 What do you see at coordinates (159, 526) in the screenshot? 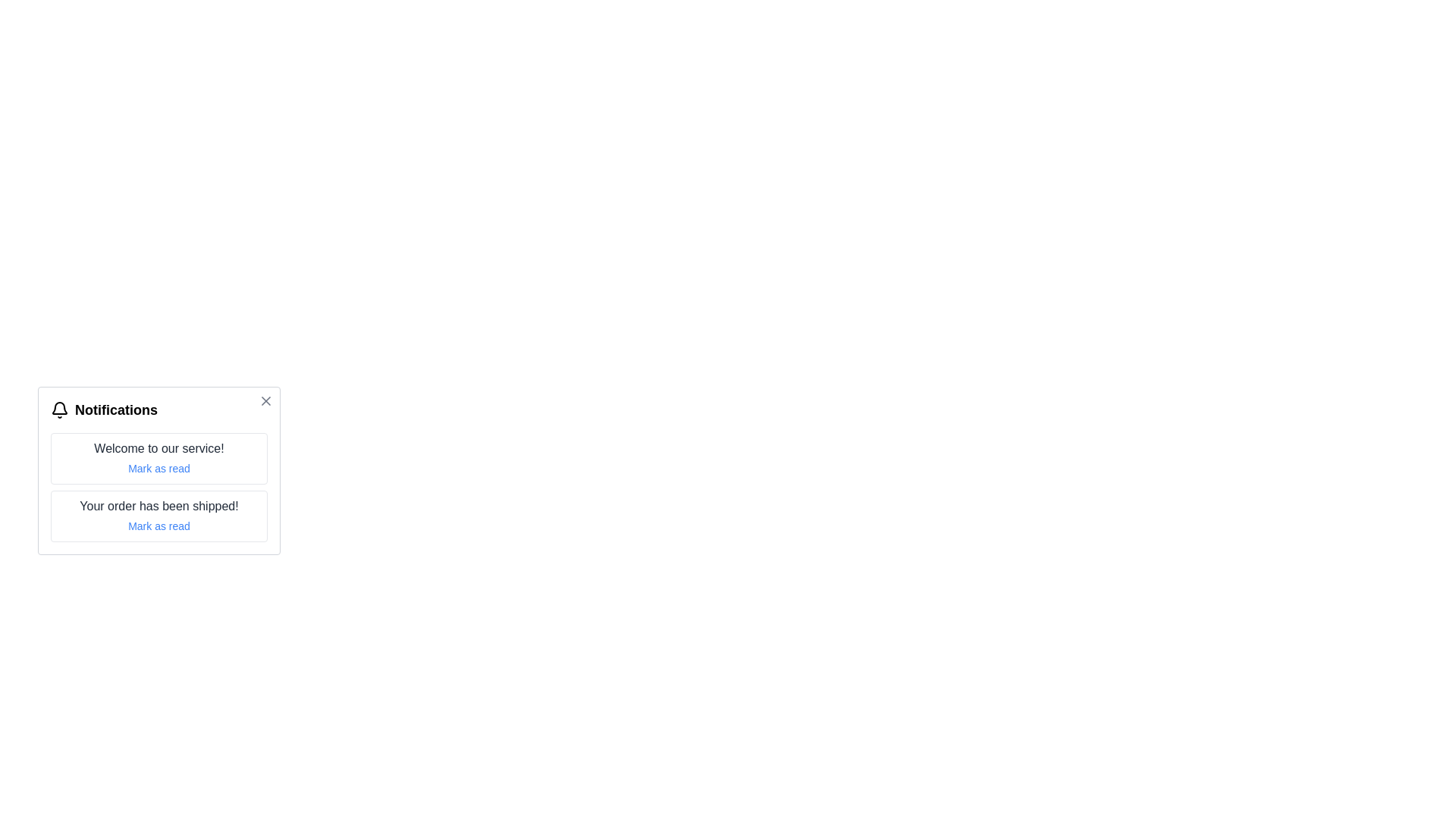
I see `the 'Mark as read' interactive link, which is styled with a smaller font size and blue color, located below the notification message 'Your order has been shipped!'` at bounding box center [159, 526].